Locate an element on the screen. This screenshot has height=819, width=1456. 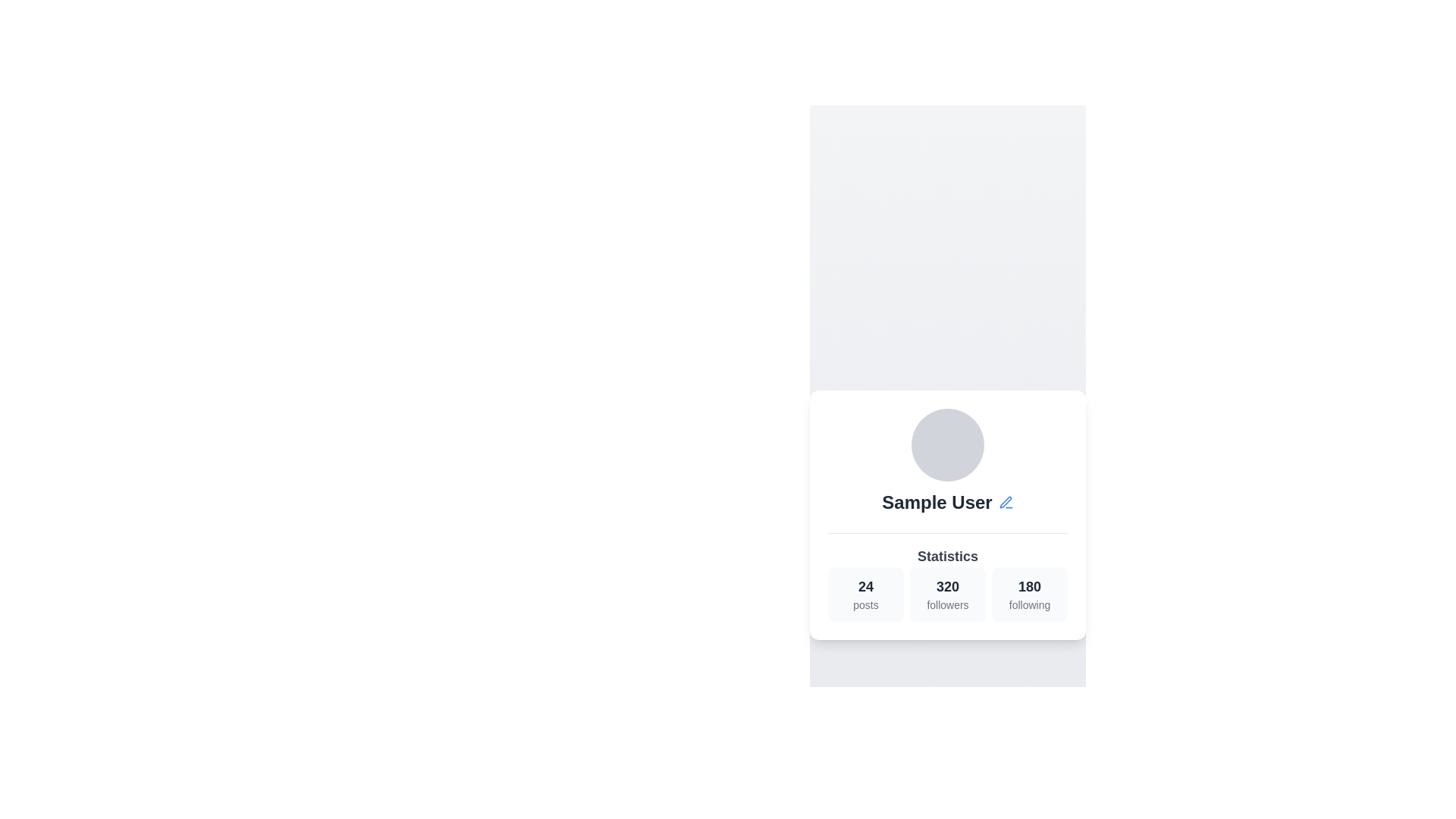
displayed username 'Sample User' from the text label that includes a pencil icon for editing, positioned centrally below a profile image placeholder is located at coordinates (946, 502).